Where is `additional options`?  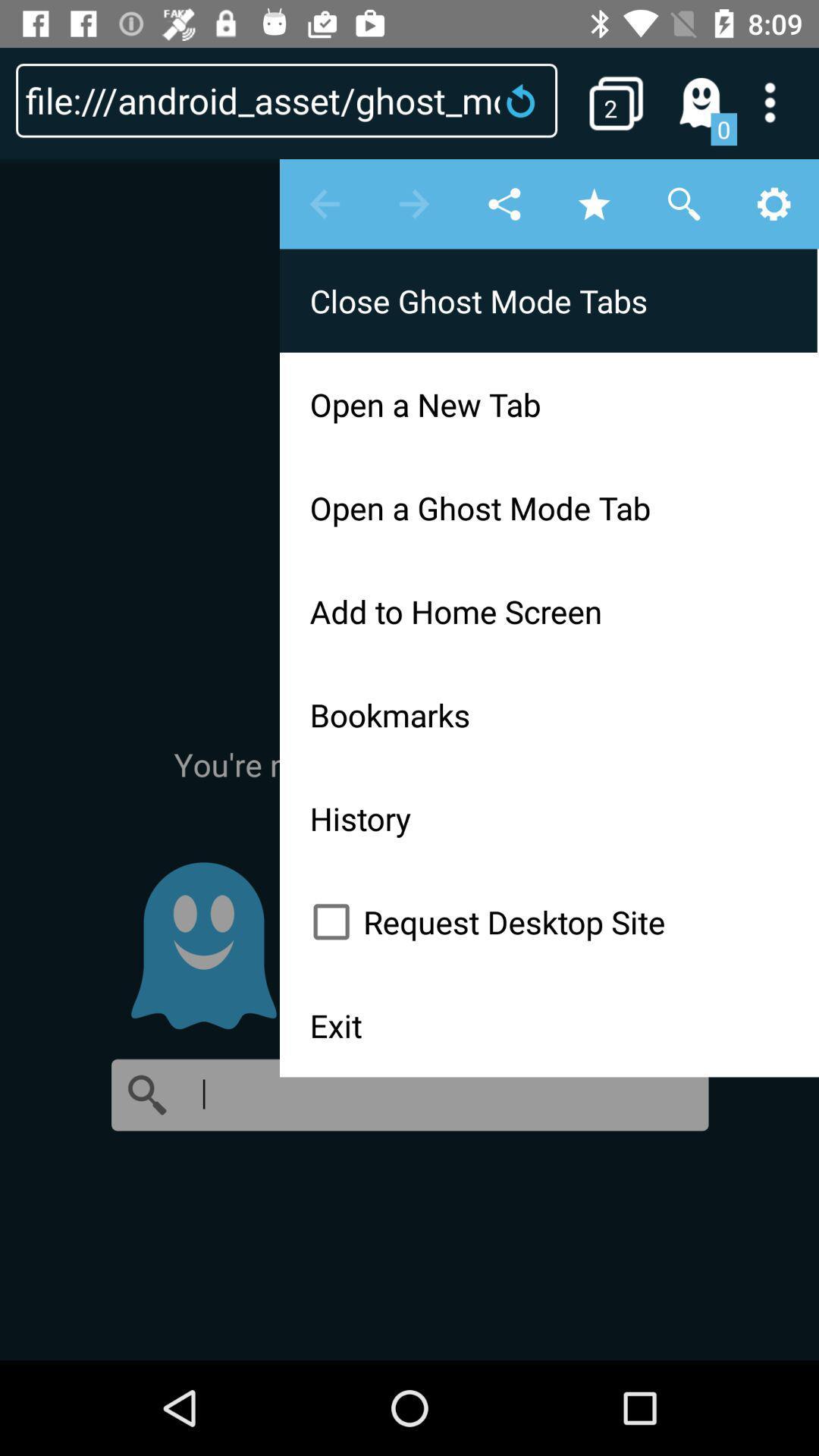 additional options is located at coordinates (780, 102).